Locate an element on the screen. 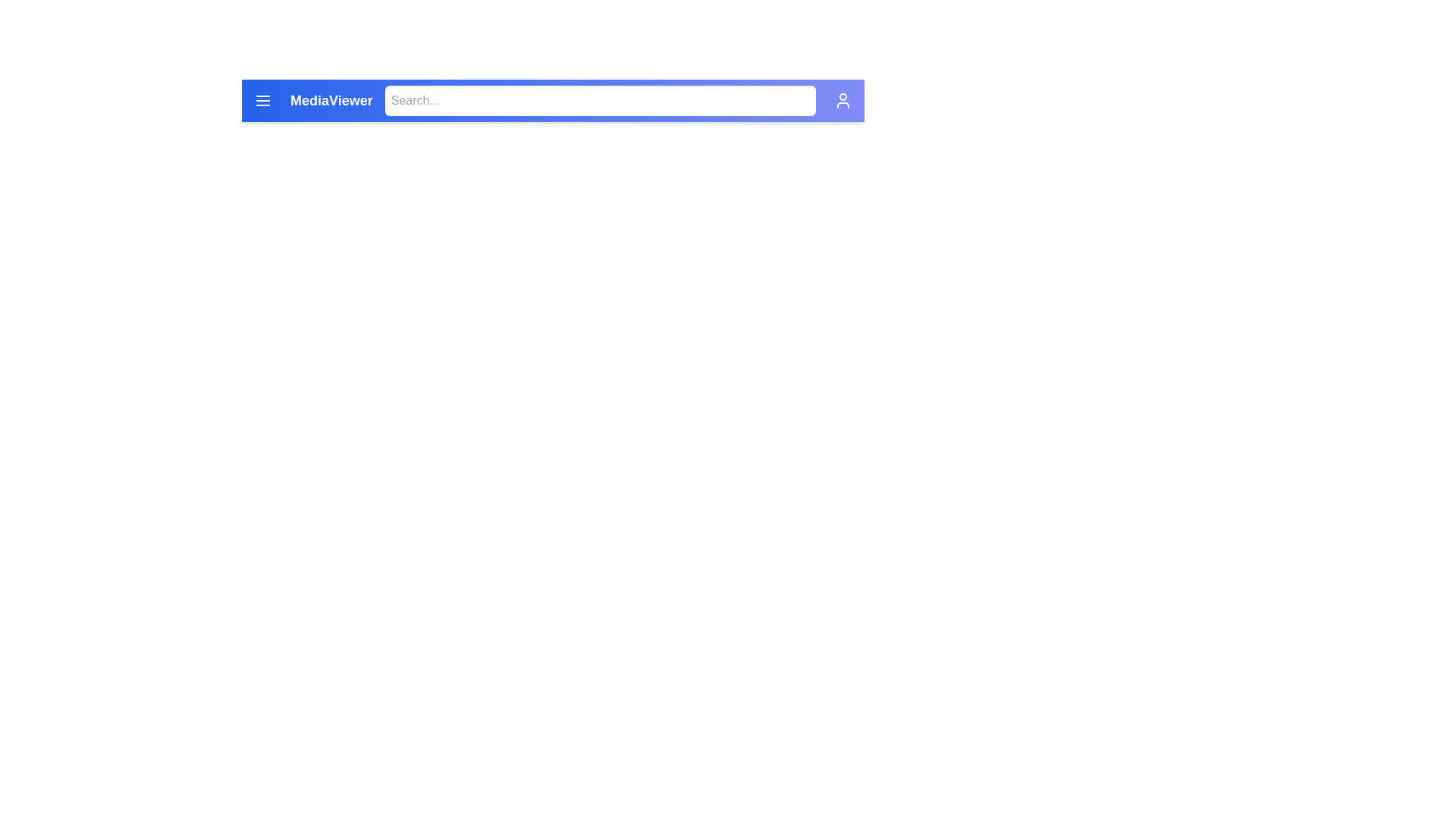 The width and height of the screenshot is (1456, 819). the 'MediaViewer' text label displayed in the navigation header at the top of the page, which indicates the purpose or identity of the interface is located at coordinates (331, 100).